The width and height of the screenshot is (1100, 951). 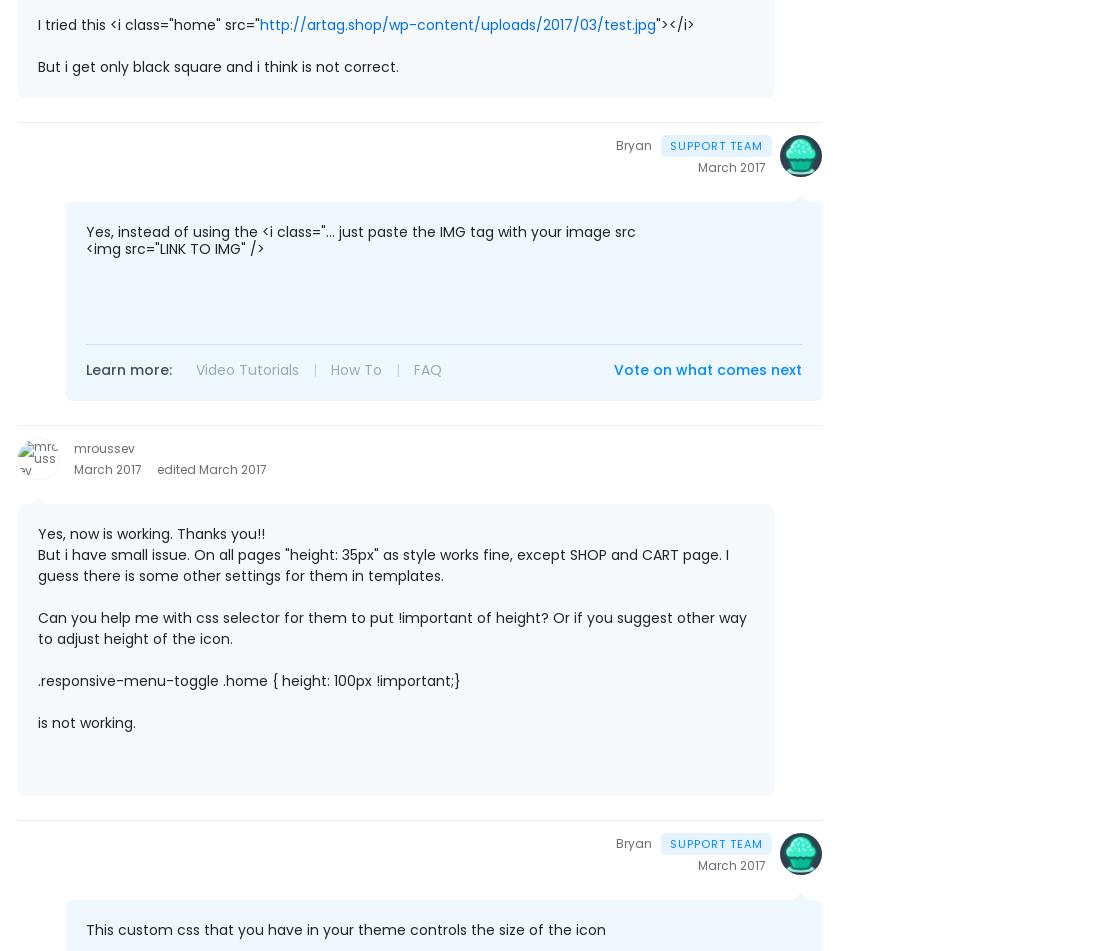 What do you see at coordinates (427, 370) in the screenshot?
I see `'FAQ'` at bounding box center [427, 370].